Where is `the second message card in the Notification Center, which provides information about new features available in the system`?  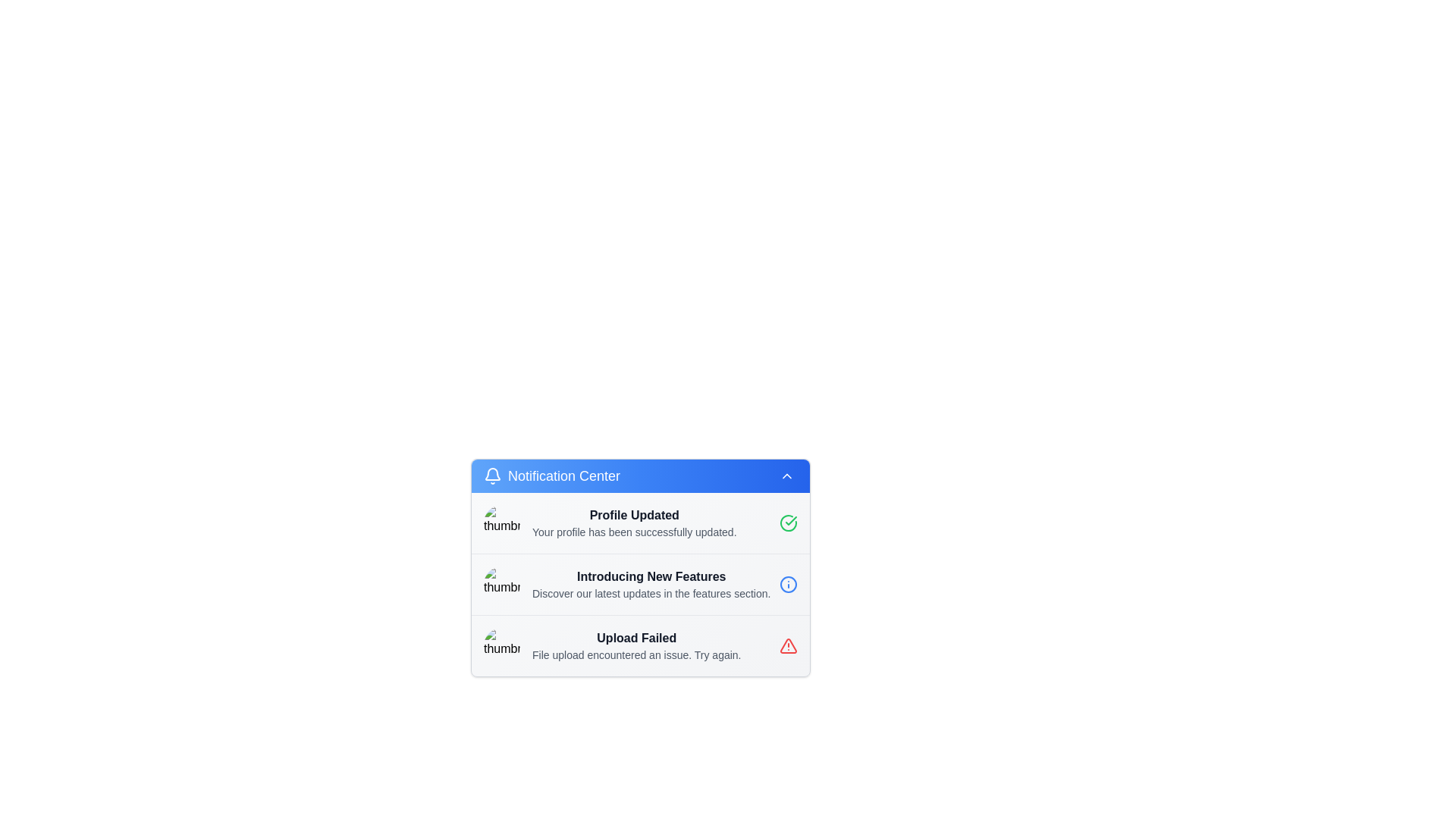 the second message card in the Notification Center, which provides information about new features available in the system is located at coordinates (640, 584).